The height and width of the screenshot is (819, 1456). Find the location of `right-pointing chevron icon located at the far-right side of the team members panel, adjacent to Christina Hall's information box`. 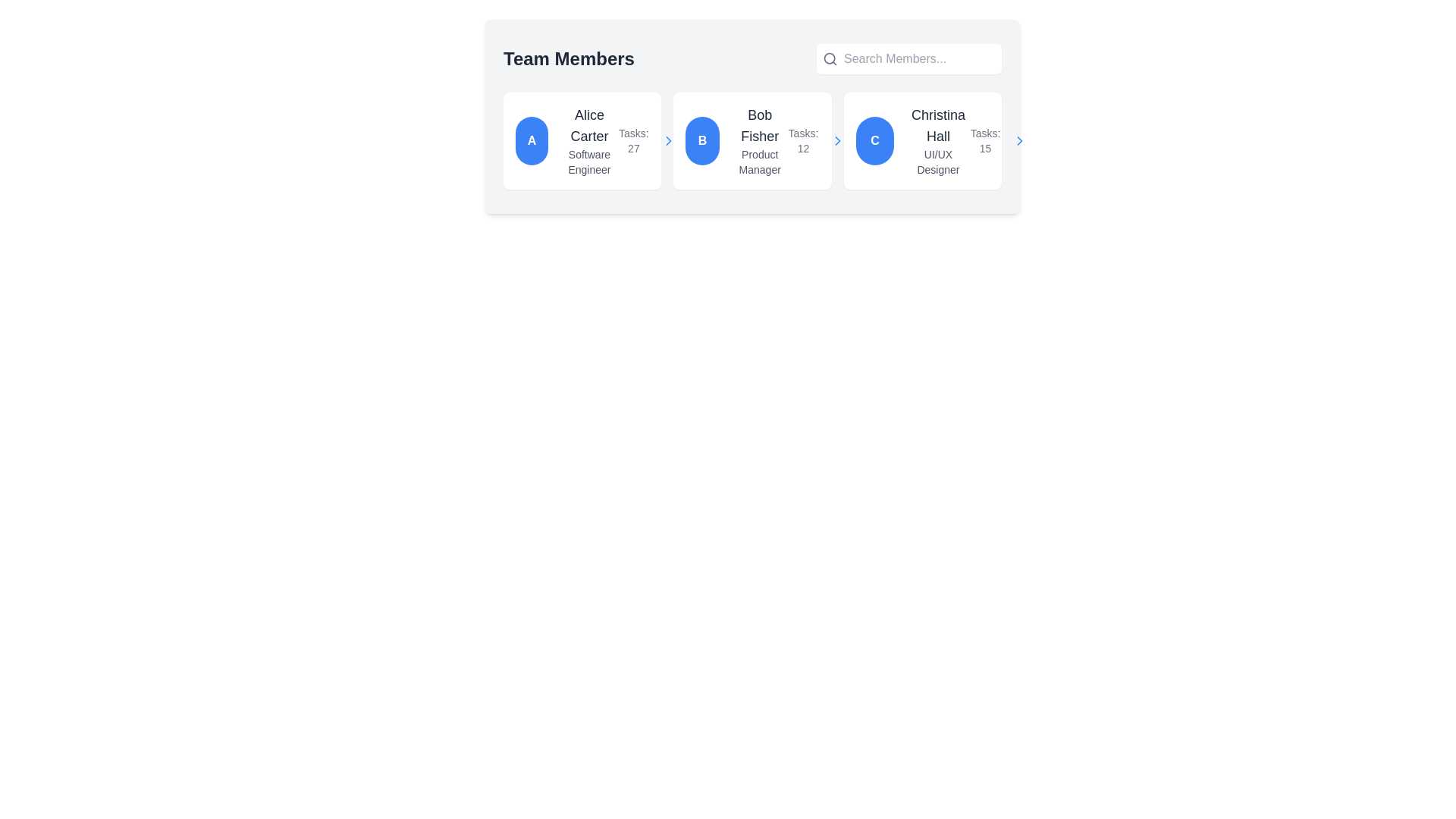

right-pointing chevron icon located at the far-right side of the team members panel, adjacent to Christina Hall's information box is located at coordinates (1020, 140).